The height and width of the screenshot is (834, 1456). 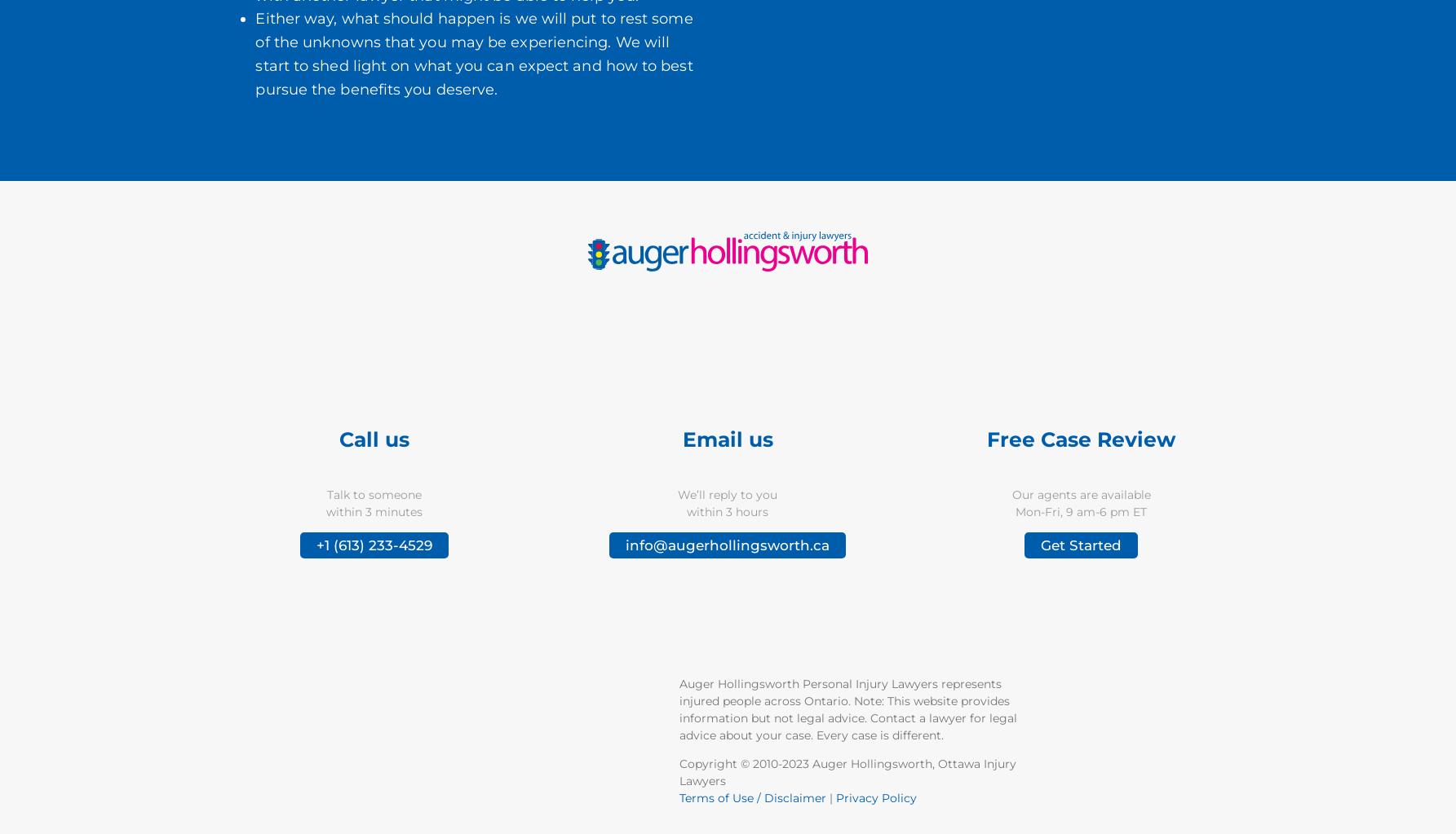 I want to click on 'info@augerhollingsworth.ca', so click(x=626, y=545).